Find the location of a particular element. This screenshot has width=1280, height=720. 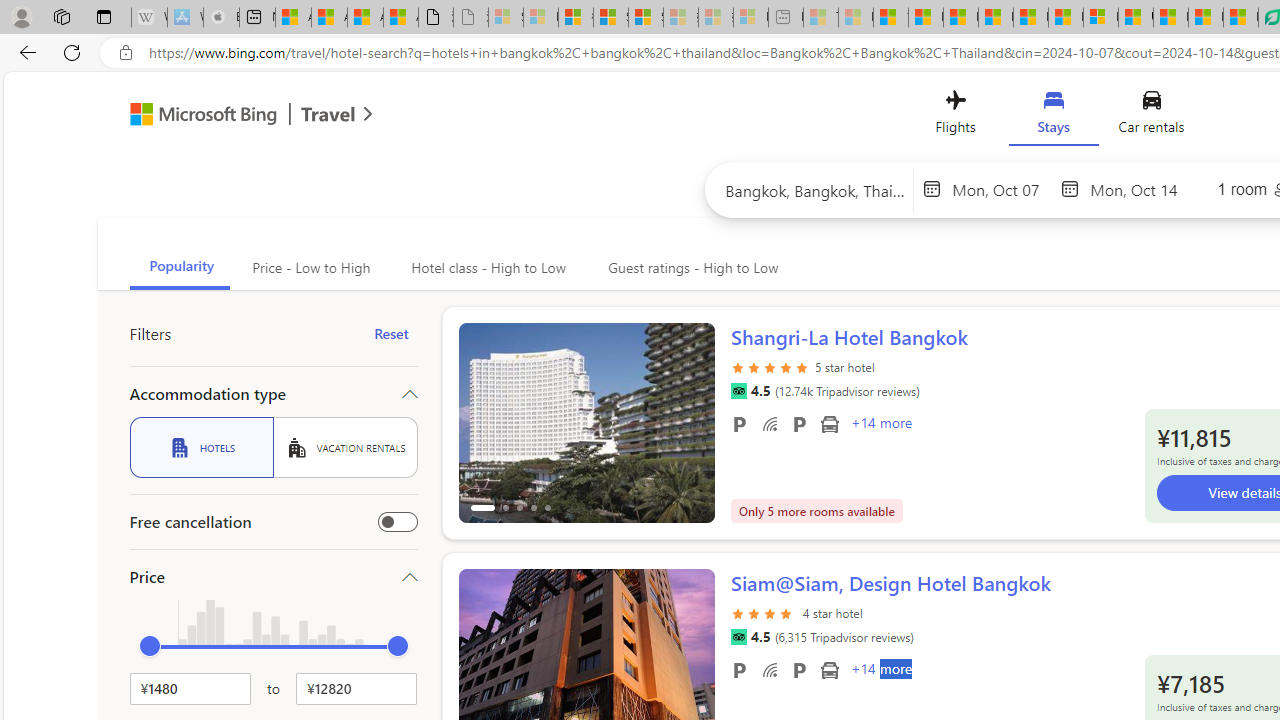

'Free parking' is located at coordinates (738, 669).